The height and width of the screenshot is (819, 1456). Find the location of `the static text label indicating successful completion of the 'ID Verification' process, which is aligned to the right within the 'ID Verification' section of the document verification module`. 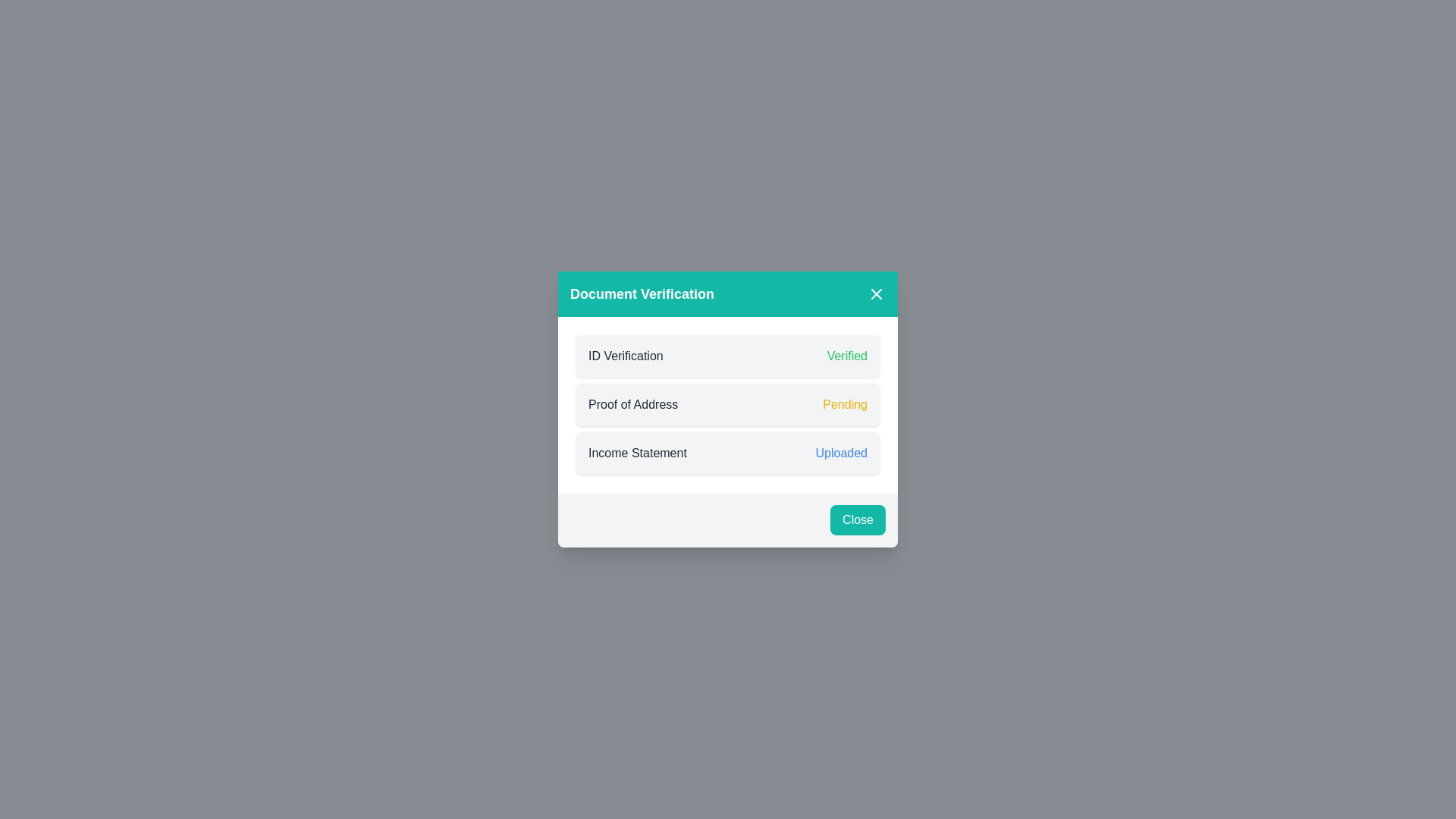

the static text label indicating successful completion of the 'ID Verification' process, which is aligned to the right within the 'ID Verification' section of the document verification module is located at coordinates (846, 356).